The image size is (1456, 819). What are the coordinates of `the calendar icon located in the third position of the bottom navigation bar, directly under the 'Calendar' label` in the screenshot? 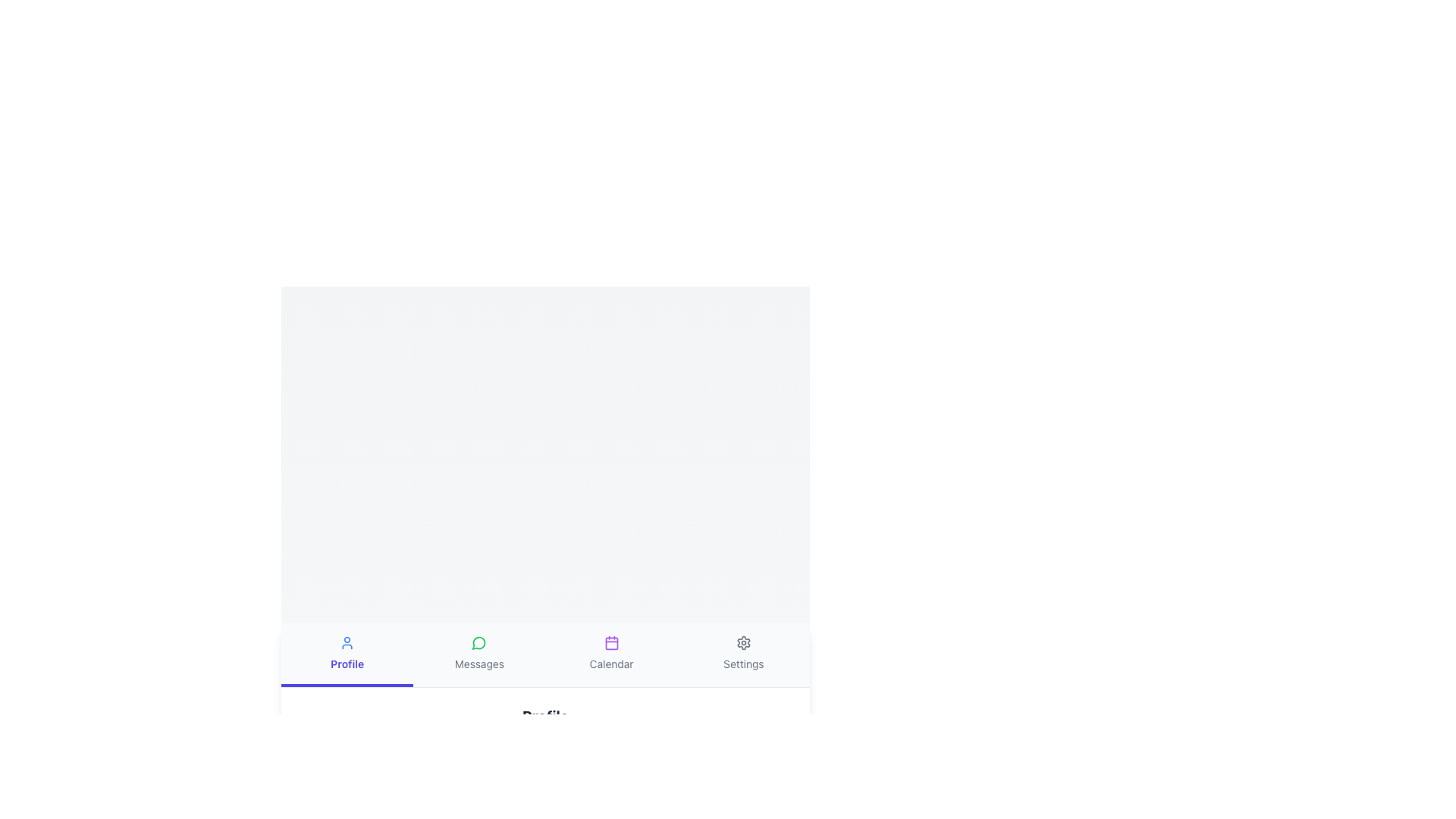 It's located at (611, 643).